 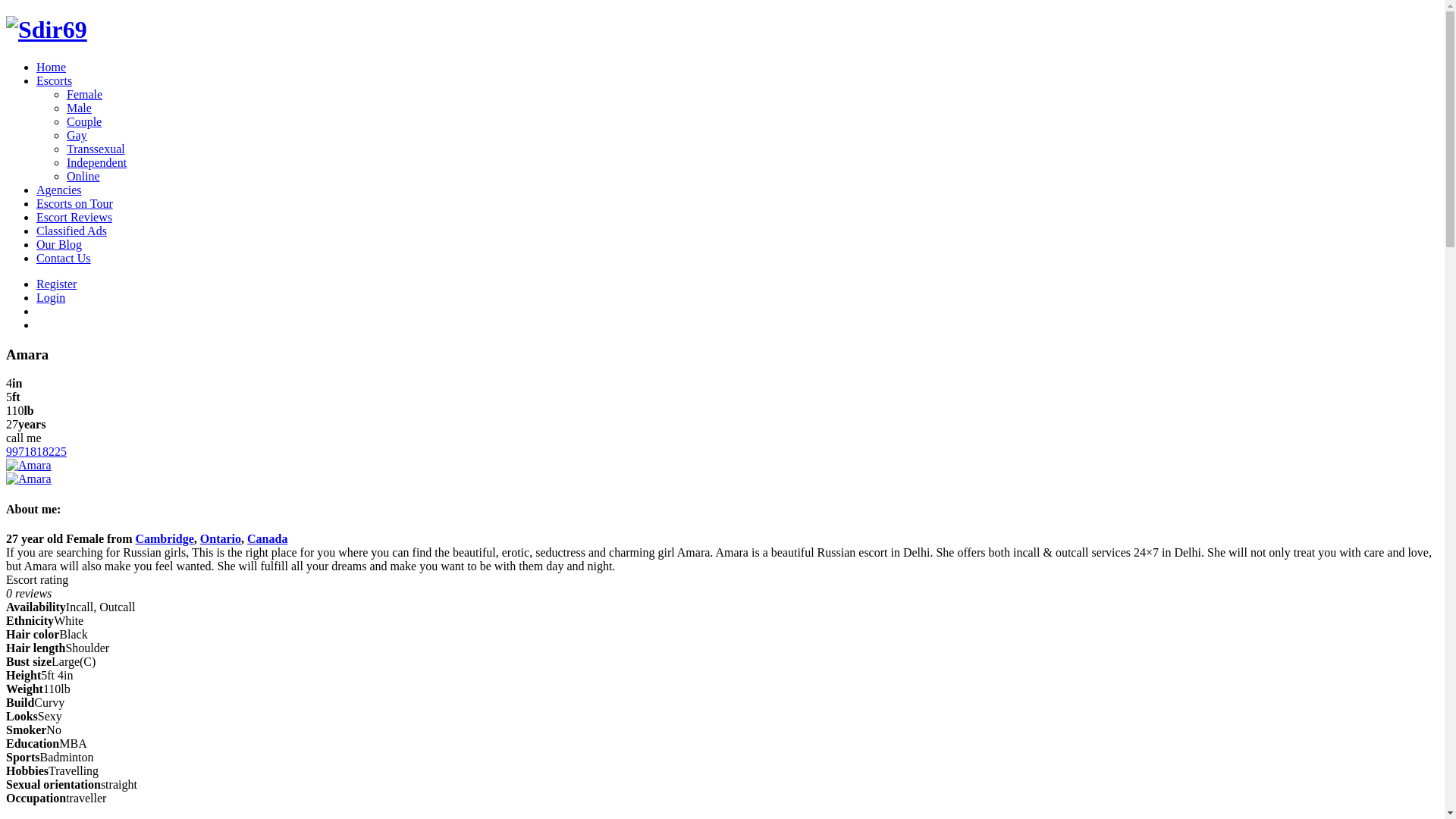 I want to click on 'Sdir69', so click(x=46, y=29).